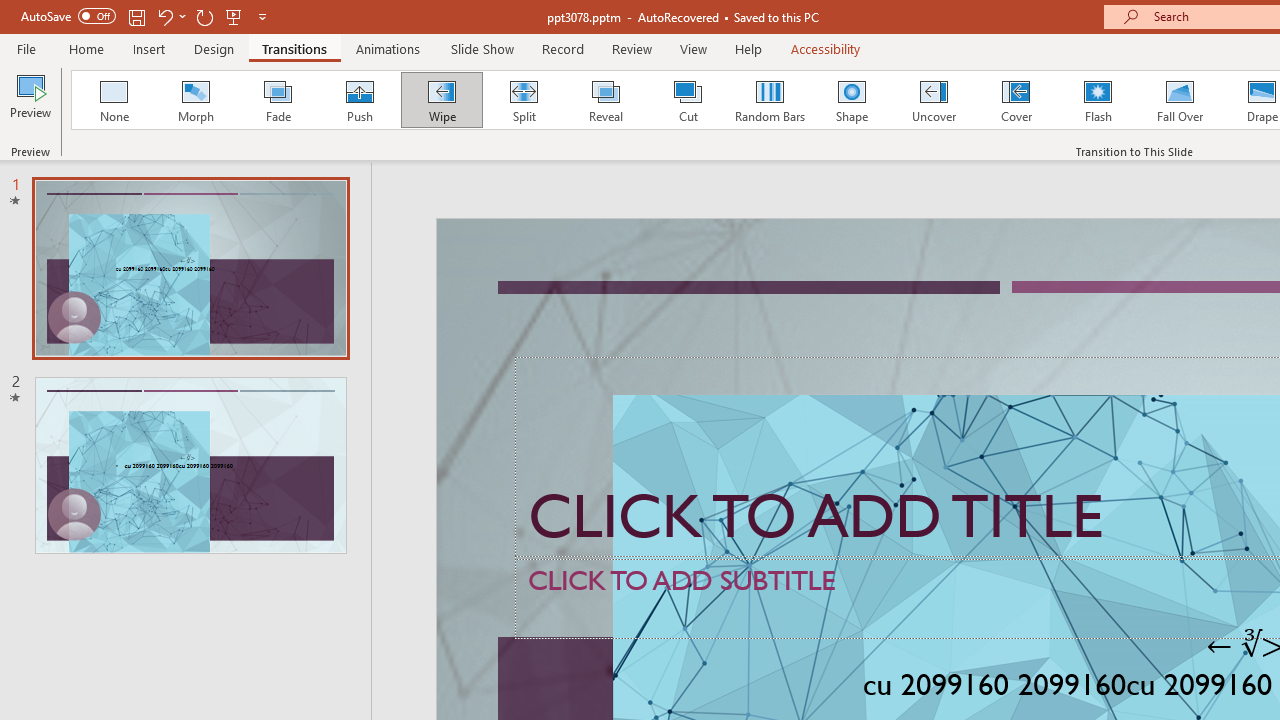 This screenshot has height=720, width=1280. I want to click on 'Random Bars', so click(769, 100).